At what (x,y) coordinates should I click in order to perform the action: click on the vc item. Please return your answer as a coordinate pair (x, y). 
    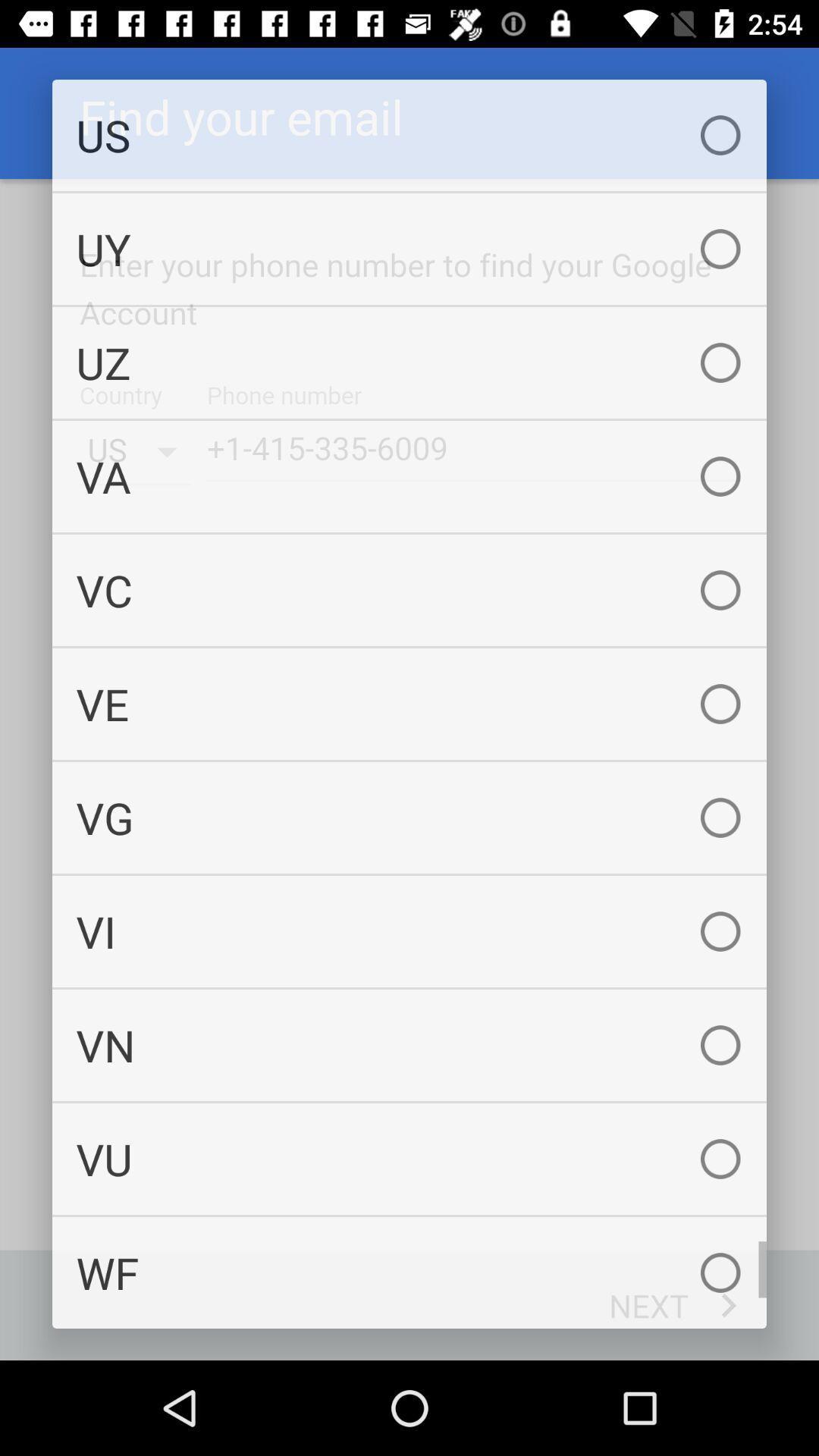
    Looking at the image, I should click on (409, 589).